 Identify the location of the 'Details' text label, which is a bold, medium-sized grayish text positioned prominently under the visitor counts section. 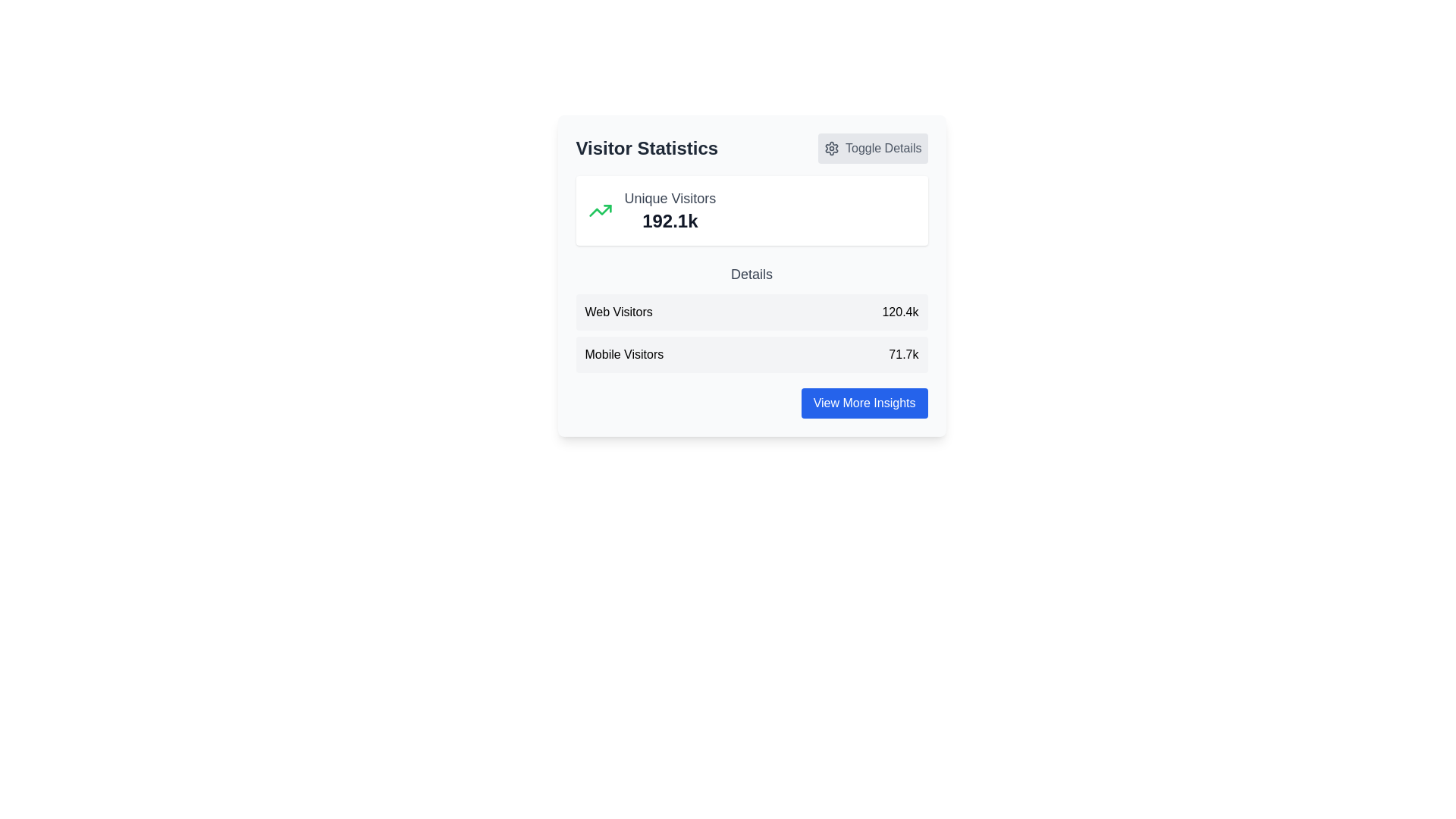
(752, 275).